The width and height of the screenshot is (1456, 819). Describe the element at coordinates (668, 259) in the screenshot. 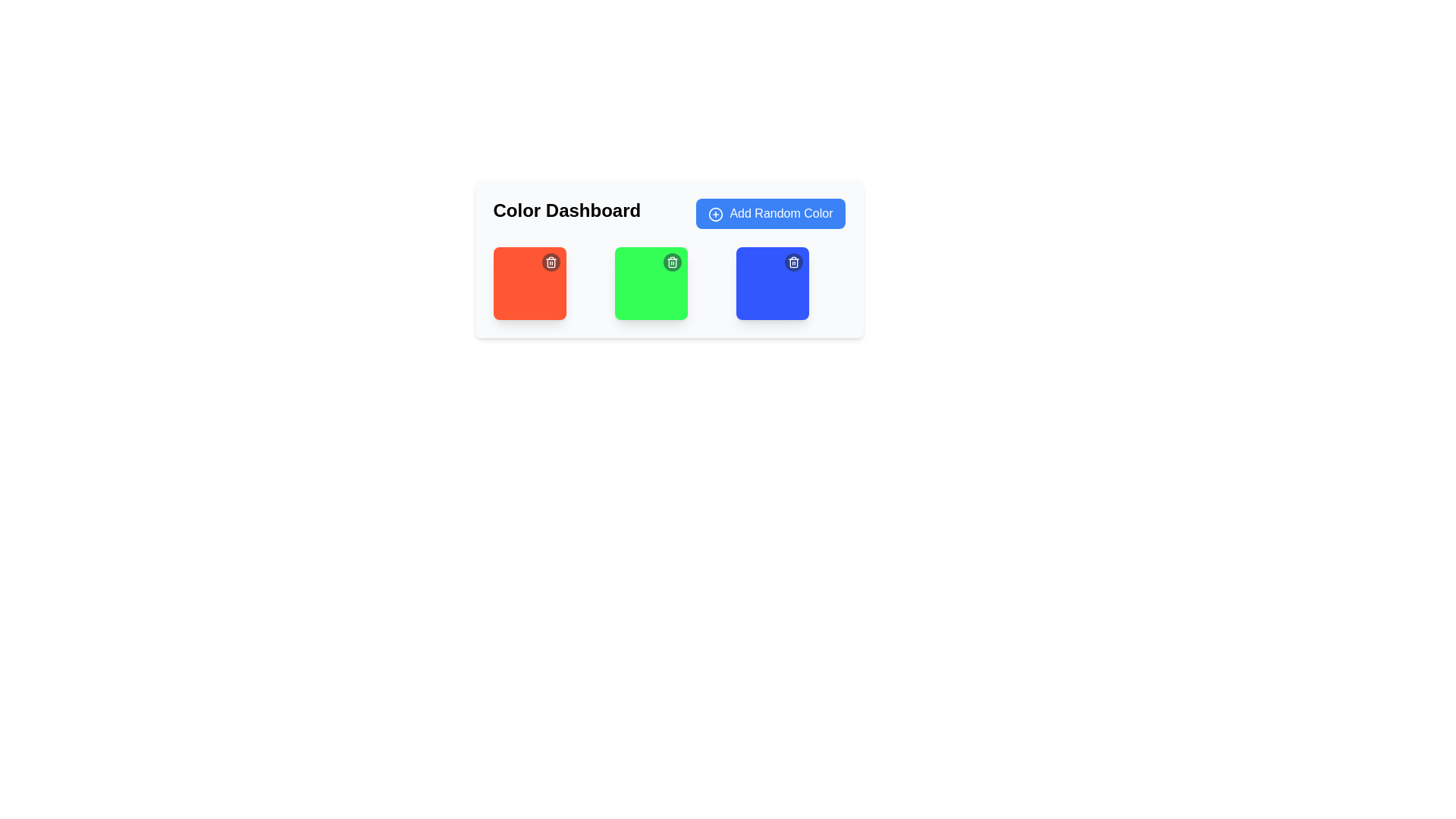

I see `the delete icon within the Card component that manages color cards` at that location.